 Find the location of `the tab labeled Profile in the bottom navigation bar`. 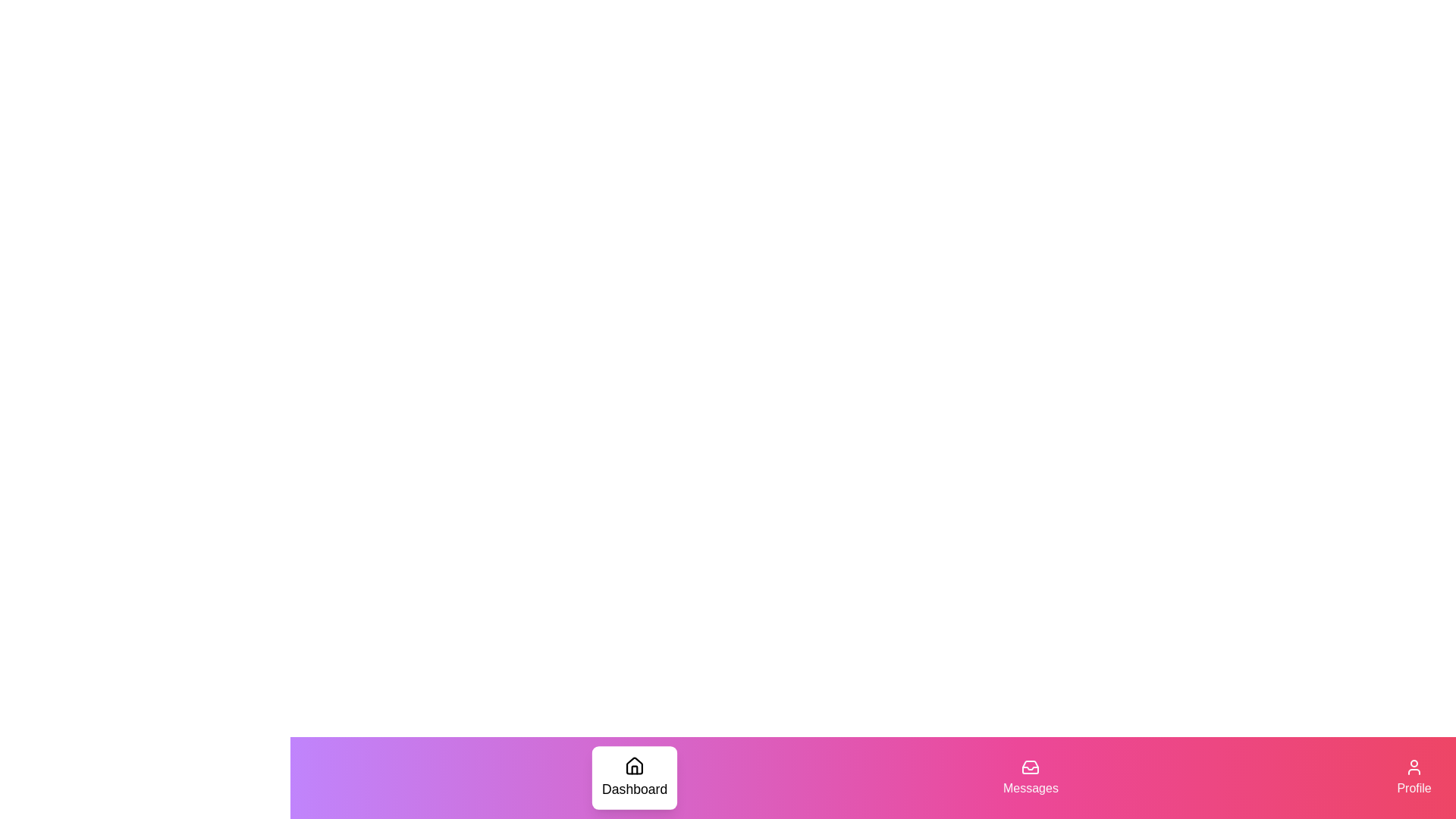

the tab labeled Profile in the bottom navigation bar is located at coordinates (1414, 778).